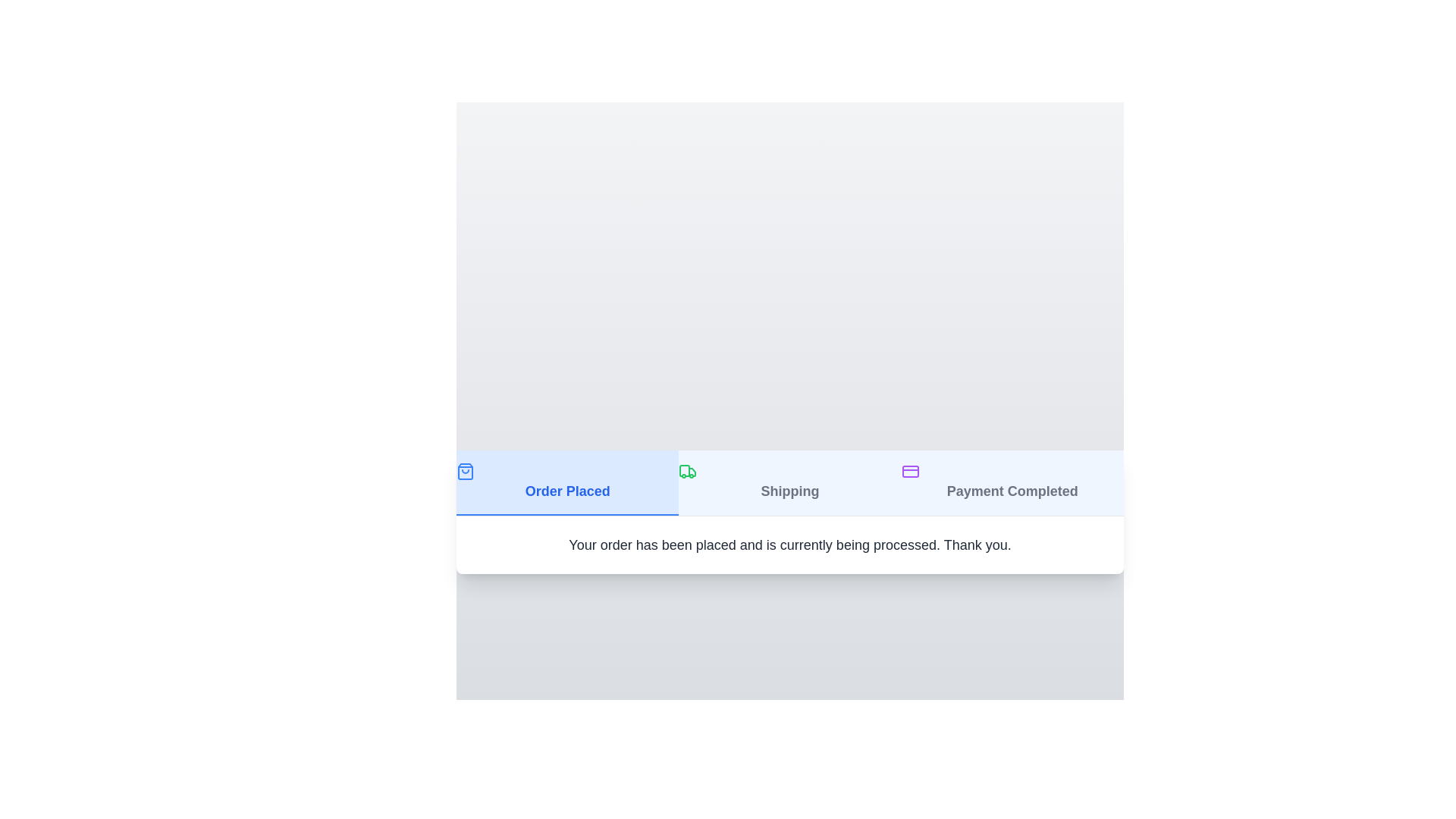  Describe the element at coordinates (687, 470) in the screenshot. I see `the graphical icon of the Shipping tab` at that location.